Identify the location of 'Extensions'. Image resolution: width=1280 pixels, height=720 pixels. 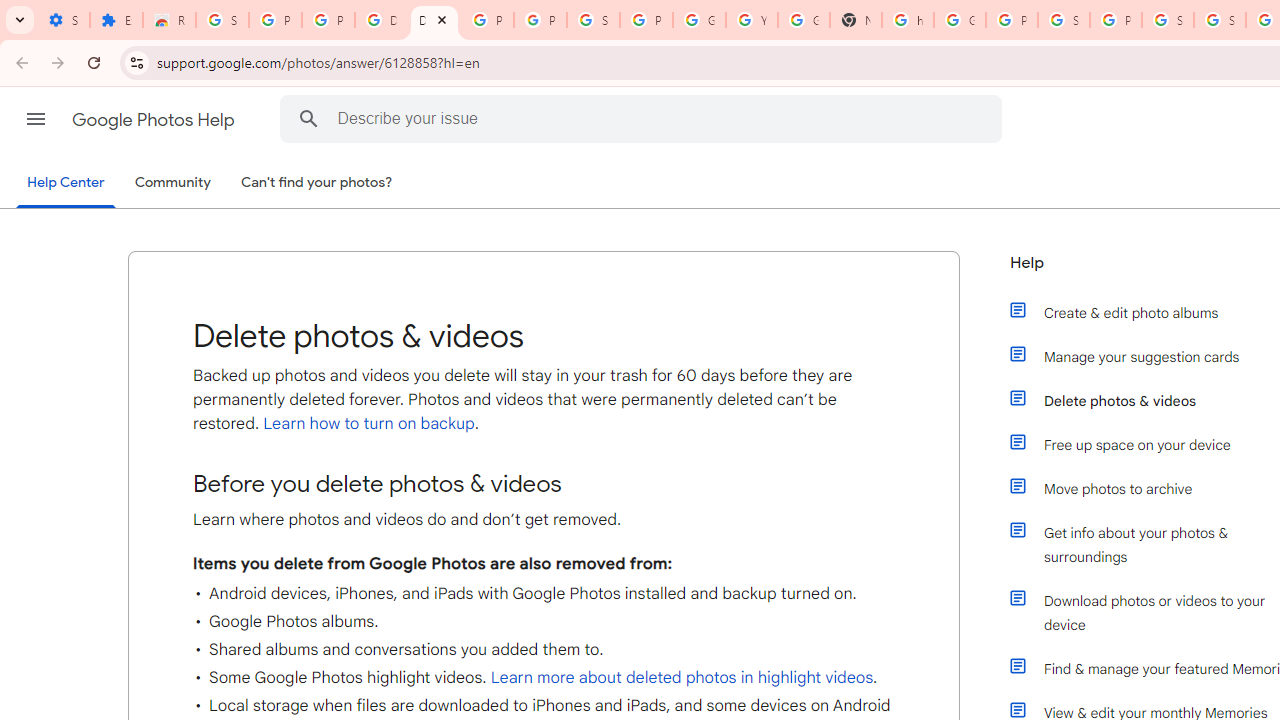
(115, 20).